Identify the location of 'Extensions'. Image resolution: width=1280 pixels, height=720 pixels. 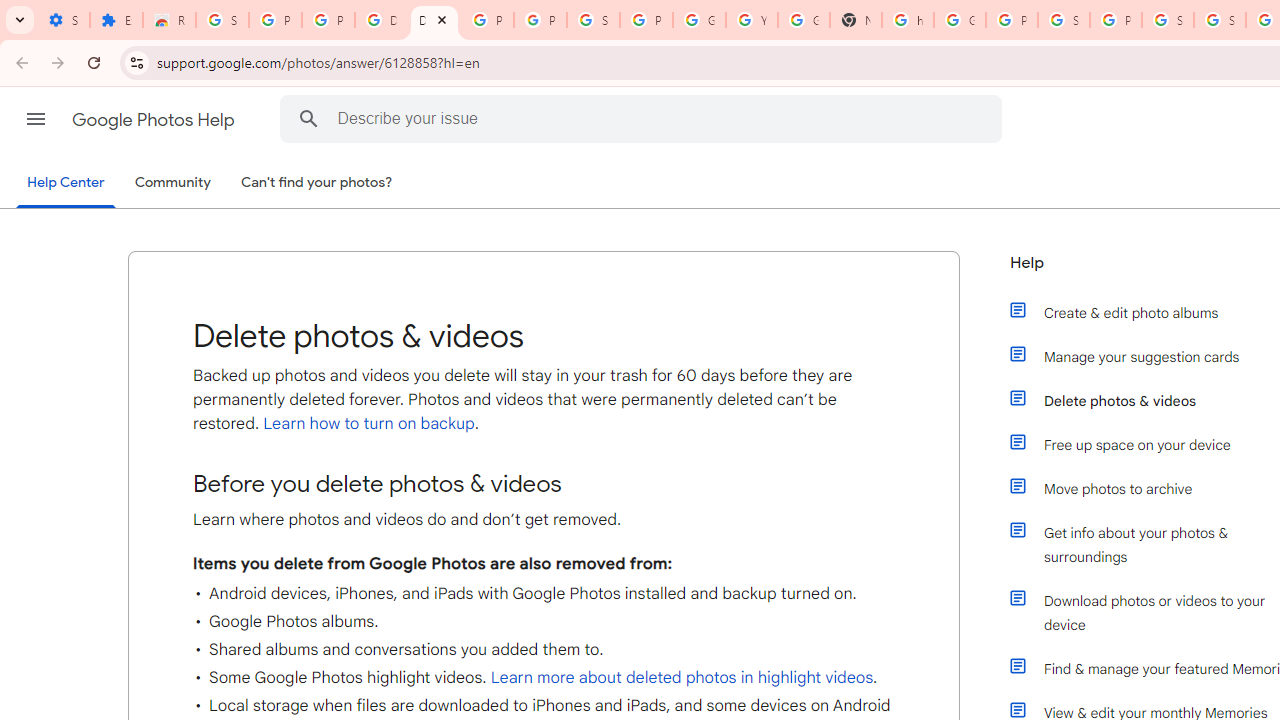
(115, 20).